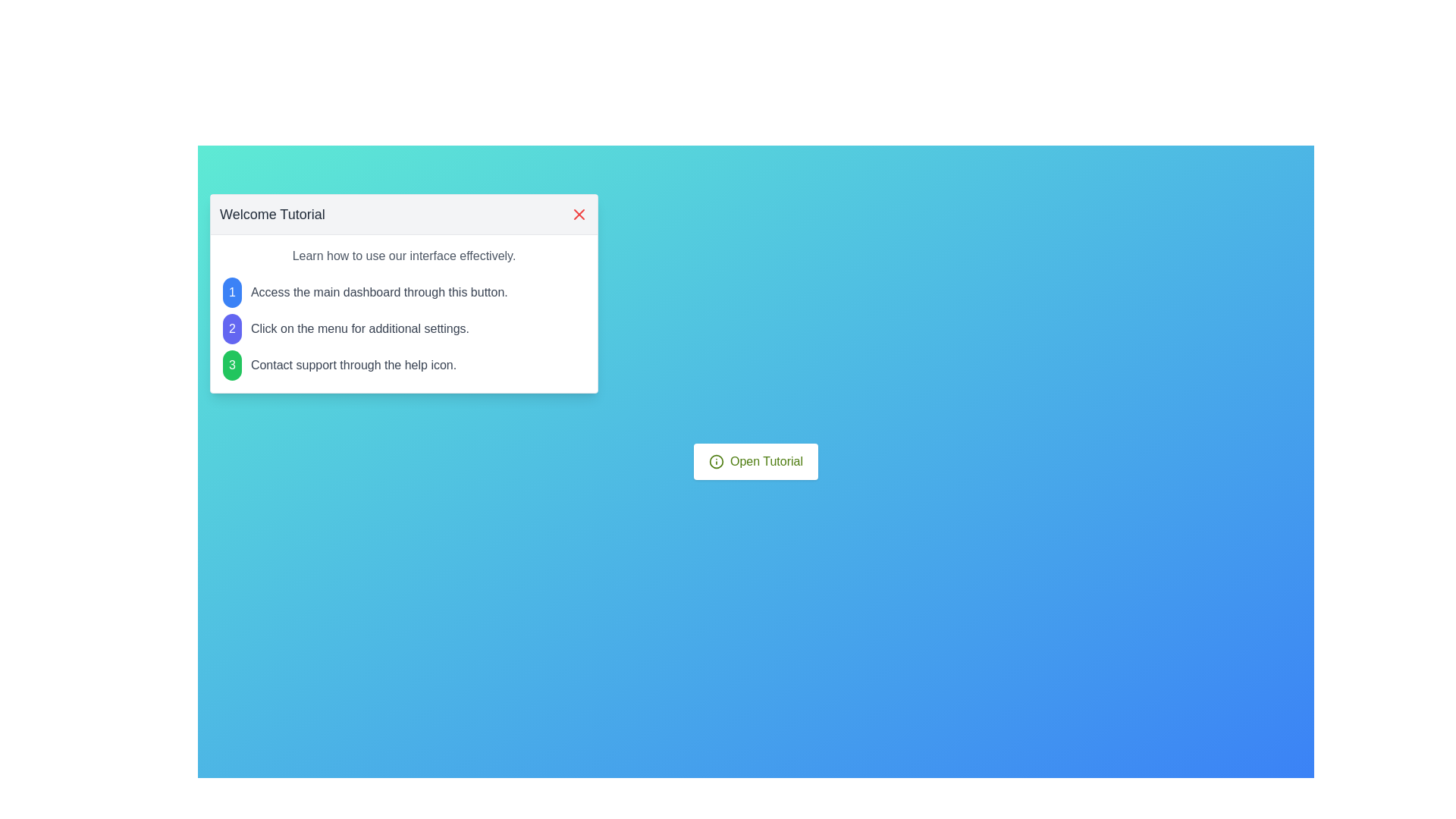 This screenshot has width=1456, height=819. Describe the element at coordinates (403, 293) in the screenshot. I see `instructions displayed in the modal dialog that serves as an introductory tutorial for users, located above the 'Open Tutorial' button` at that location.